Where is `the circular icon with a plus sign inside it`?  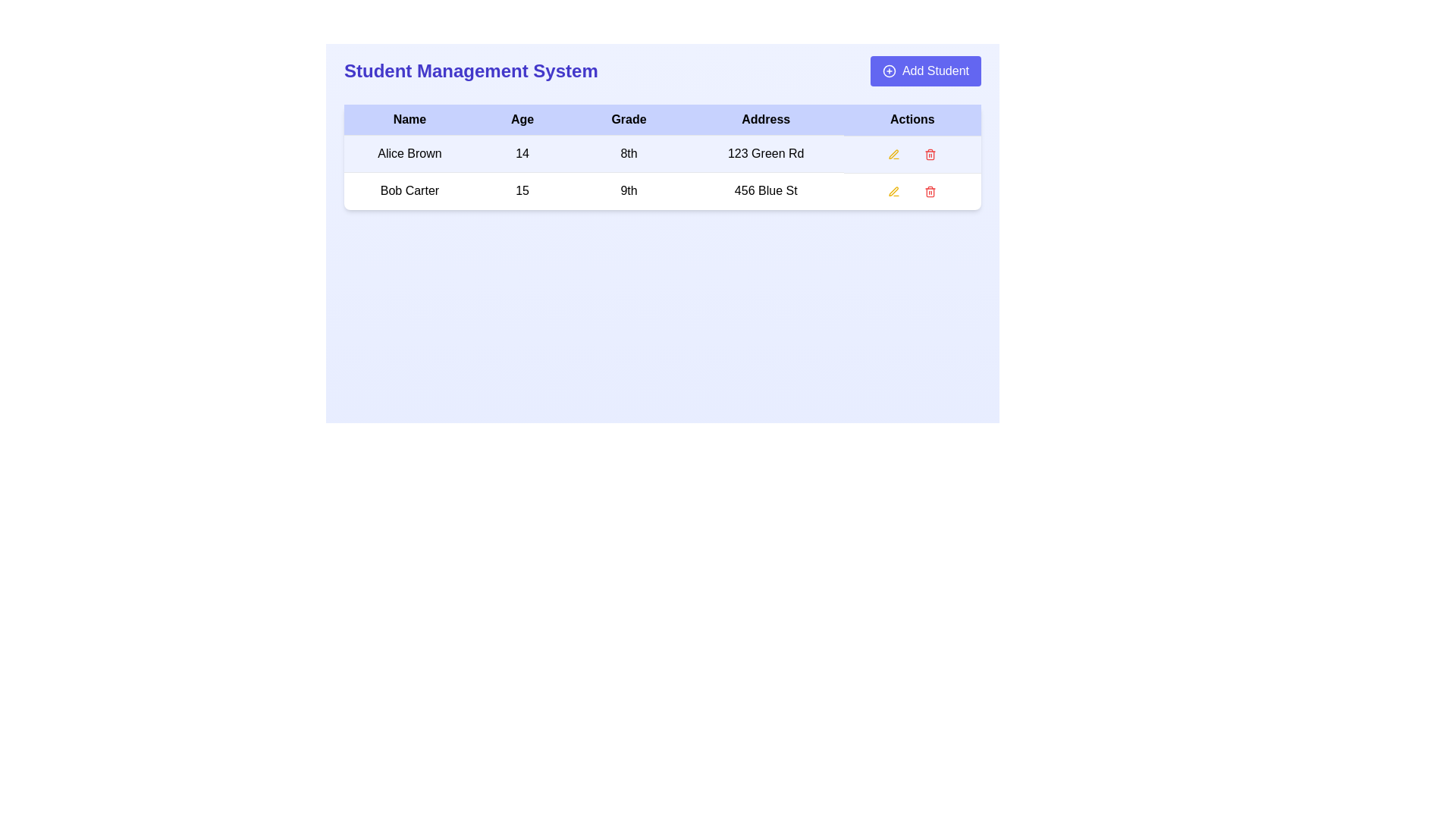 the circular icon with a plus sign inside it is located at coordinates (889, 71).